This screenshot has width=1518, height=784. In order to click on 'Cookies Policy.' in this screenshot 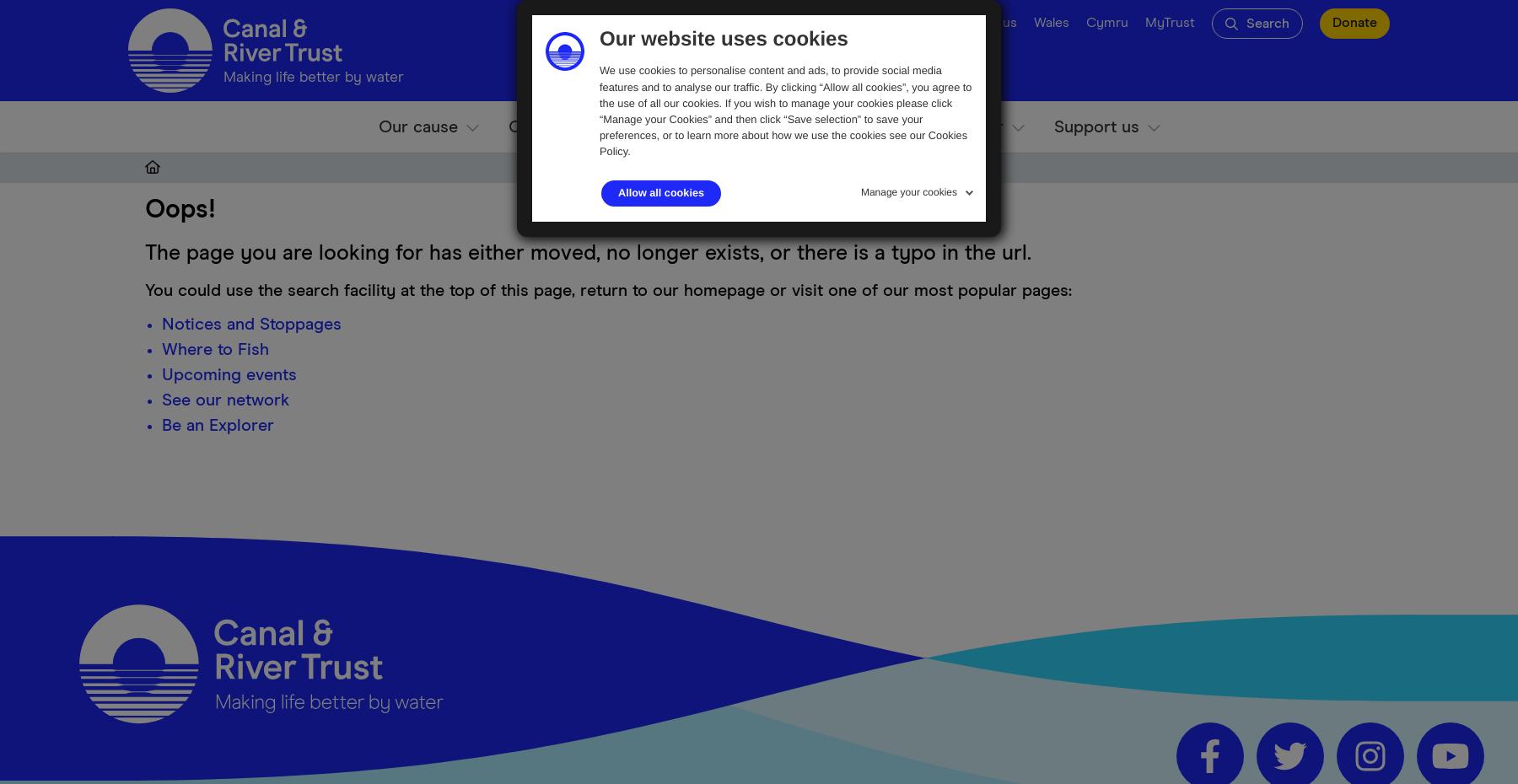, I will do `click(782, 142)`.